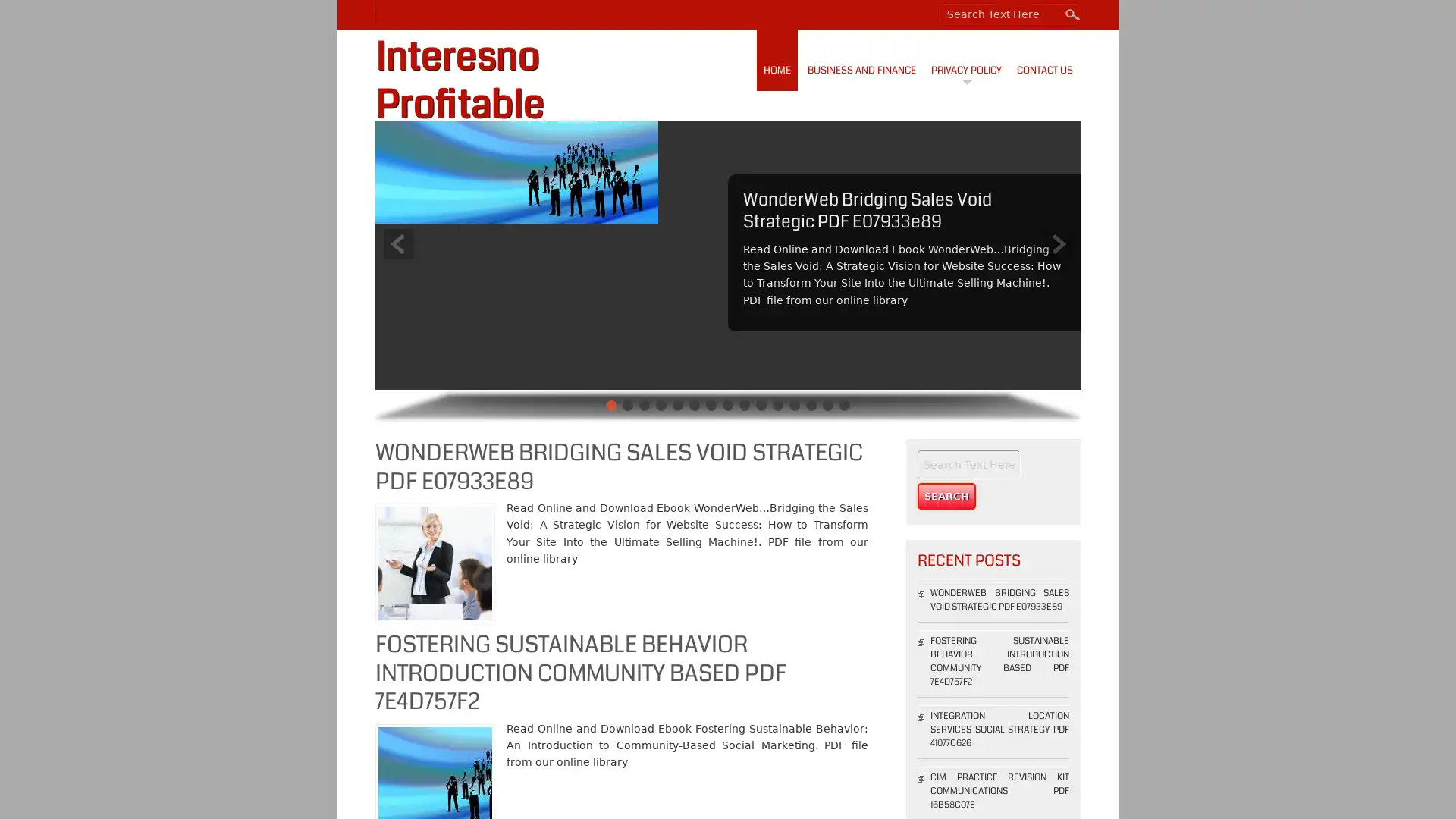 The height and width of the screenshot is (819, 1456). I want to click on Search, so click(946, 496).